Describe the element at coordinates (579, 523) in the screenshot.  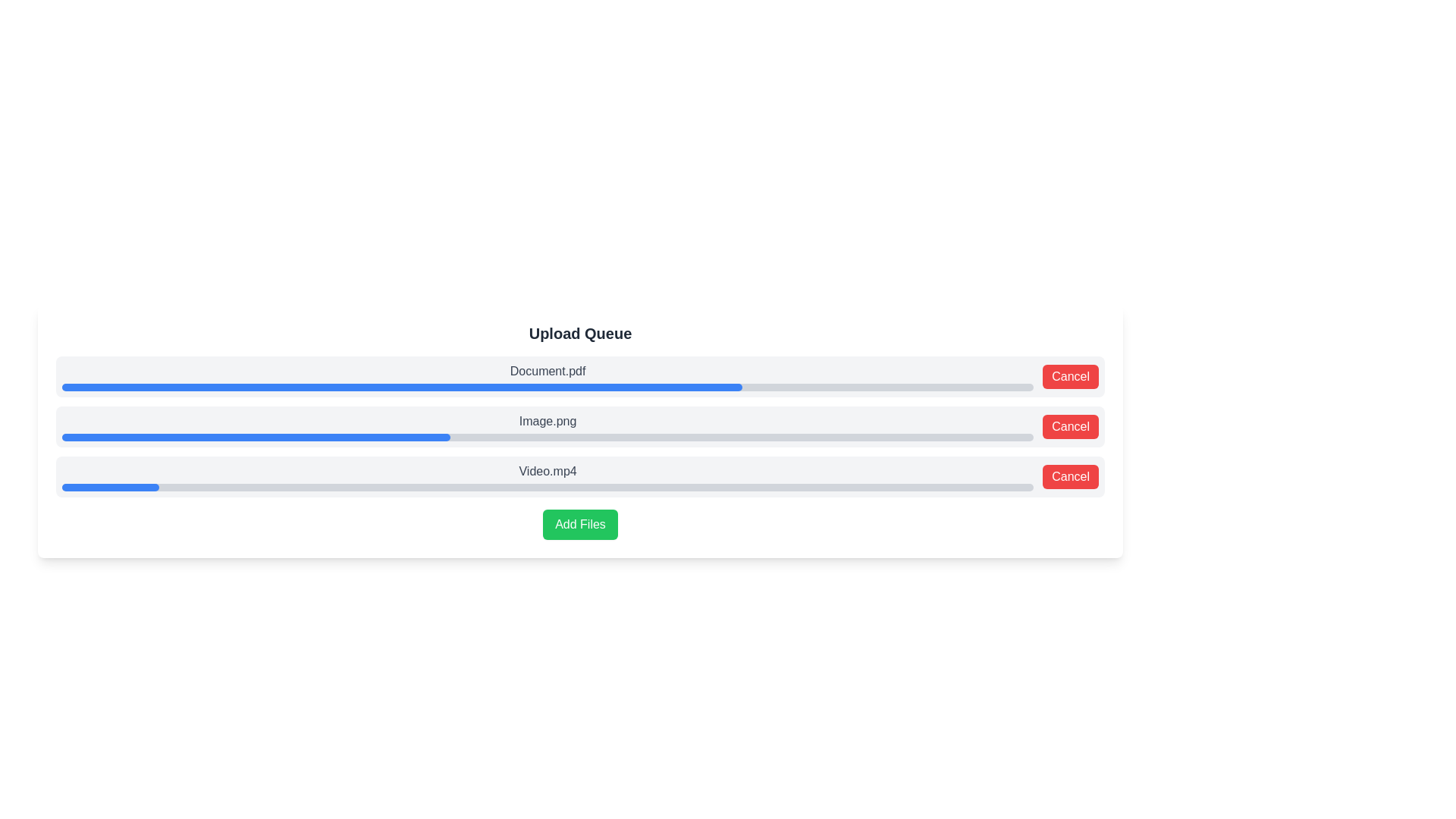
I see `the 'Add Files' button with a green background and white text for accessibility navigation` at that location.